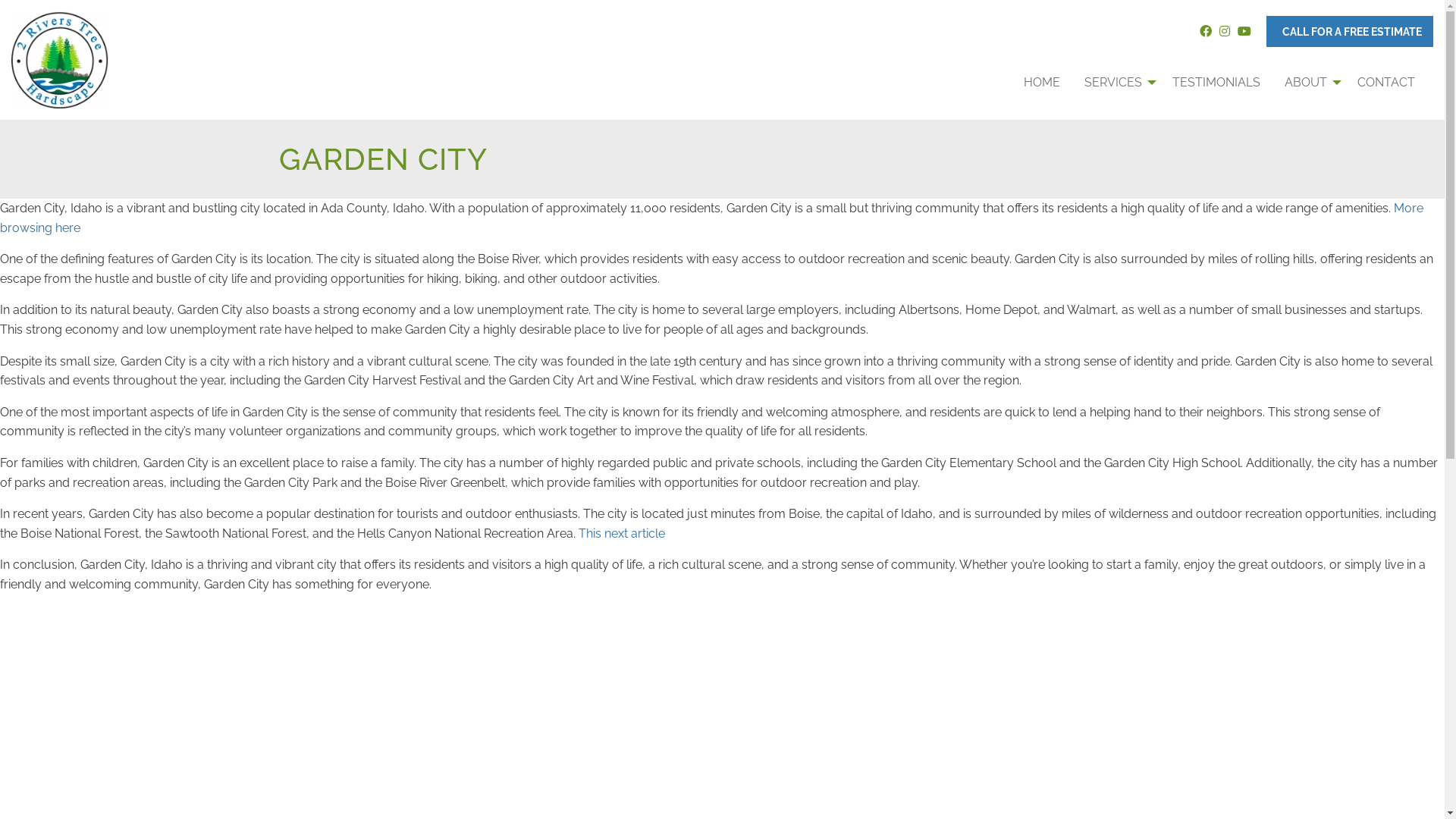 This screenshot has height=819, width=1456. Describe the element at coordinates (1350, 31) in the screenshot. I see `'CALL FOR A FREE ESTIMATE'` at that location.